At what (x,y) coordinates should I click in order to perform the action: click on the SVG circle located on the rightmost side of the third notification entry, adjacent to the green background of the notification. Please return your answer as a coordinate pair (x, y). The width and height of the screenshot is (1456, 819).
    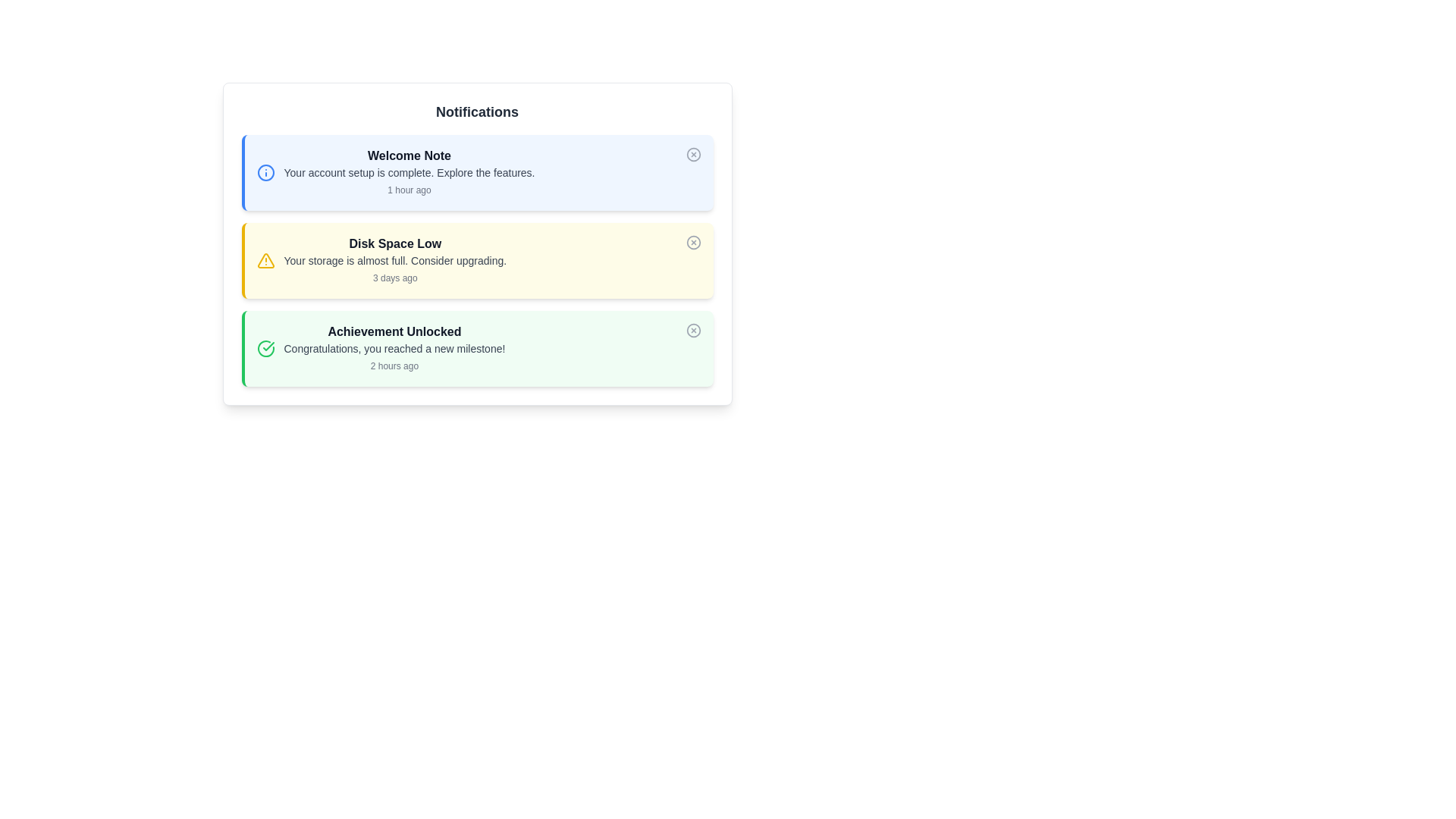
    Looking at the image, I should click on (692, 329).